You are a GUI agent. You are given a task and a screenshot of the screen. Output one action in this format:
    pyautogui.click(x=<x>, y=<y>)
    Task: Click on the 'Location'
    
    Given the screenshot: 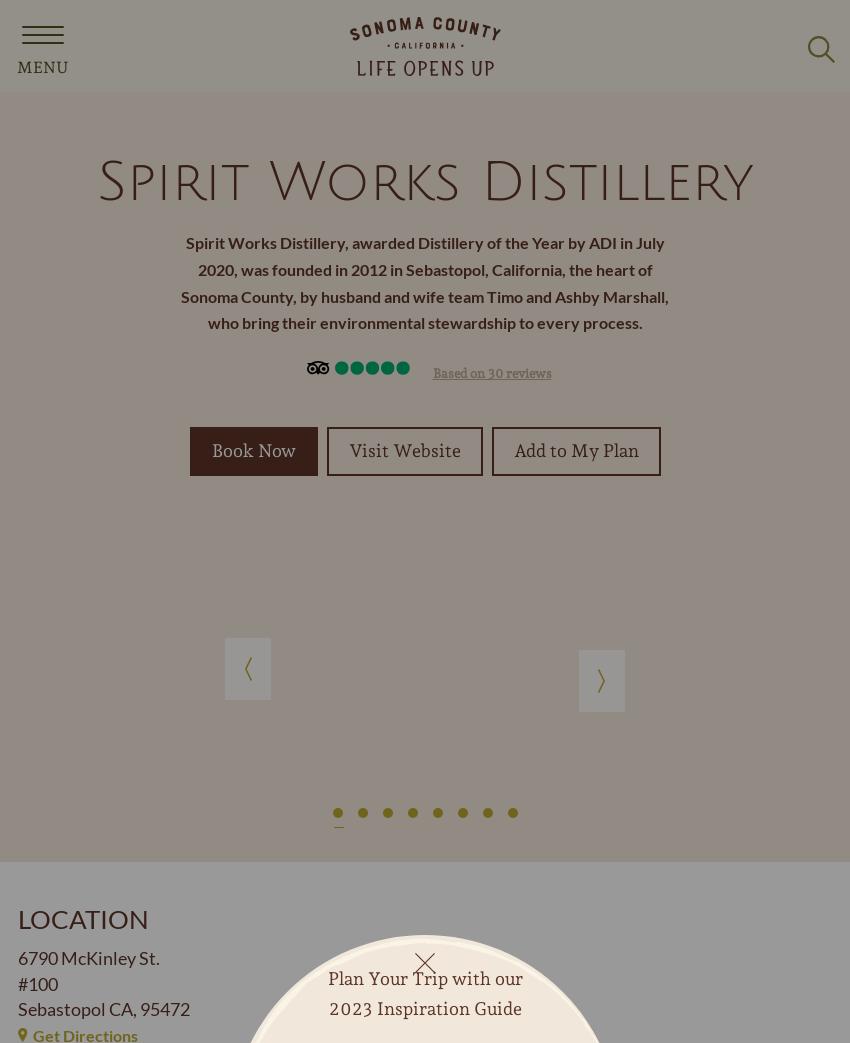 What is the action you would take?
    pyautogui.click(x=83, y=917)
    